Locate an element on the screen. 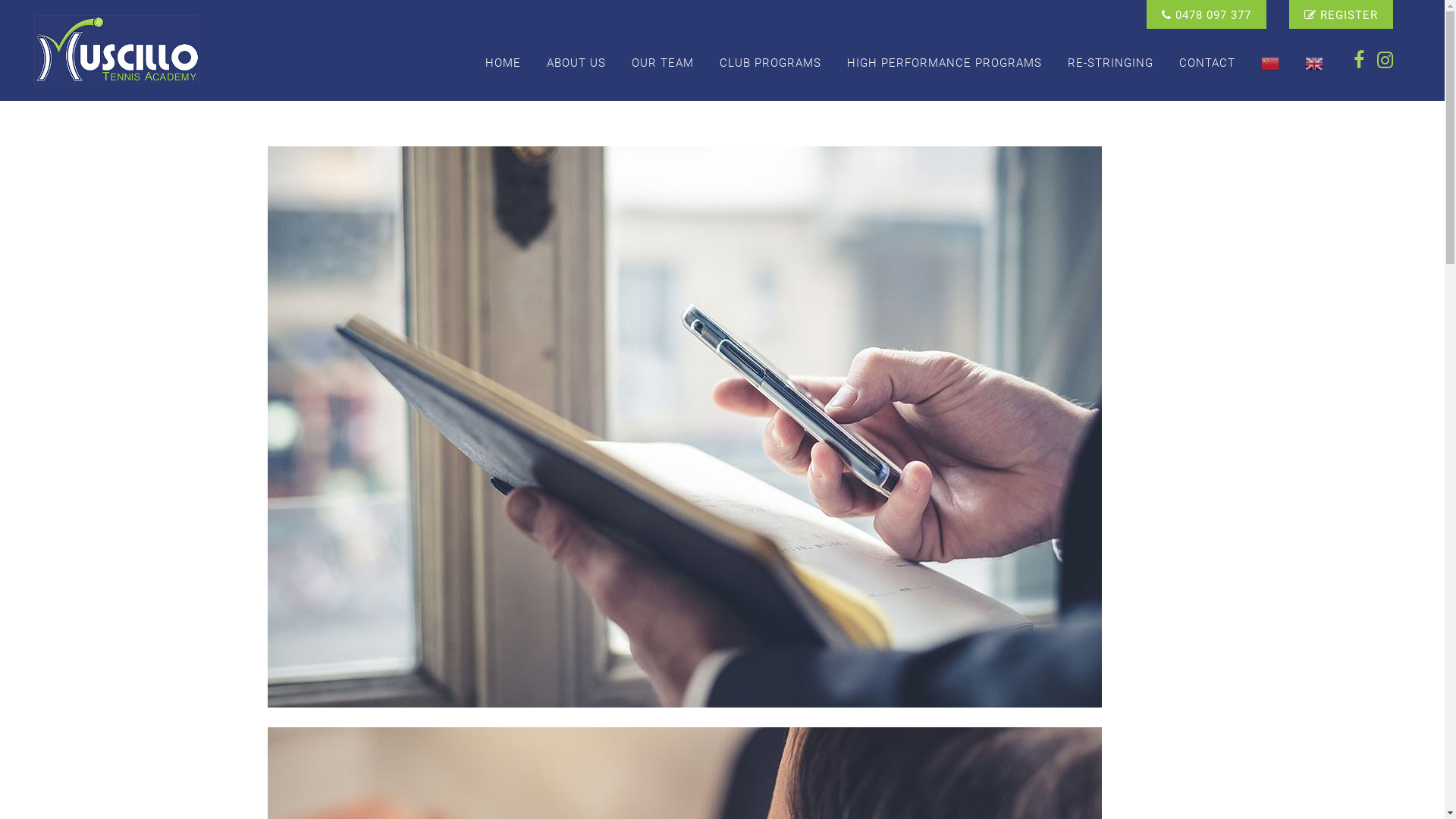 This screenshot has height=819, width=1456. 'RE-STRINGING' is located at coordinates (1110, 62).